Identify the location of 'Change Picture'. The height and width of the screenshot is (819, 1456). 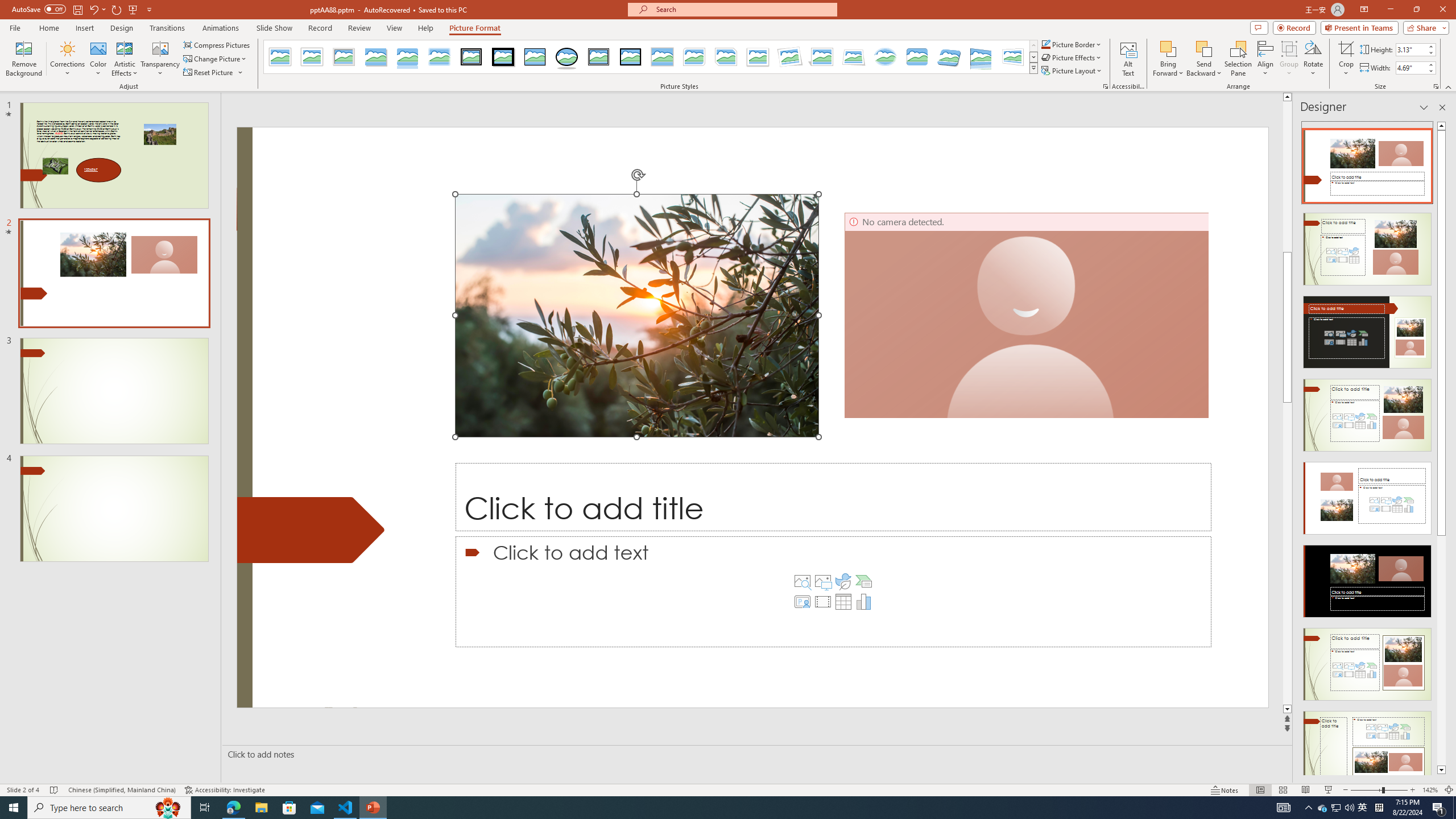
(216, 59).